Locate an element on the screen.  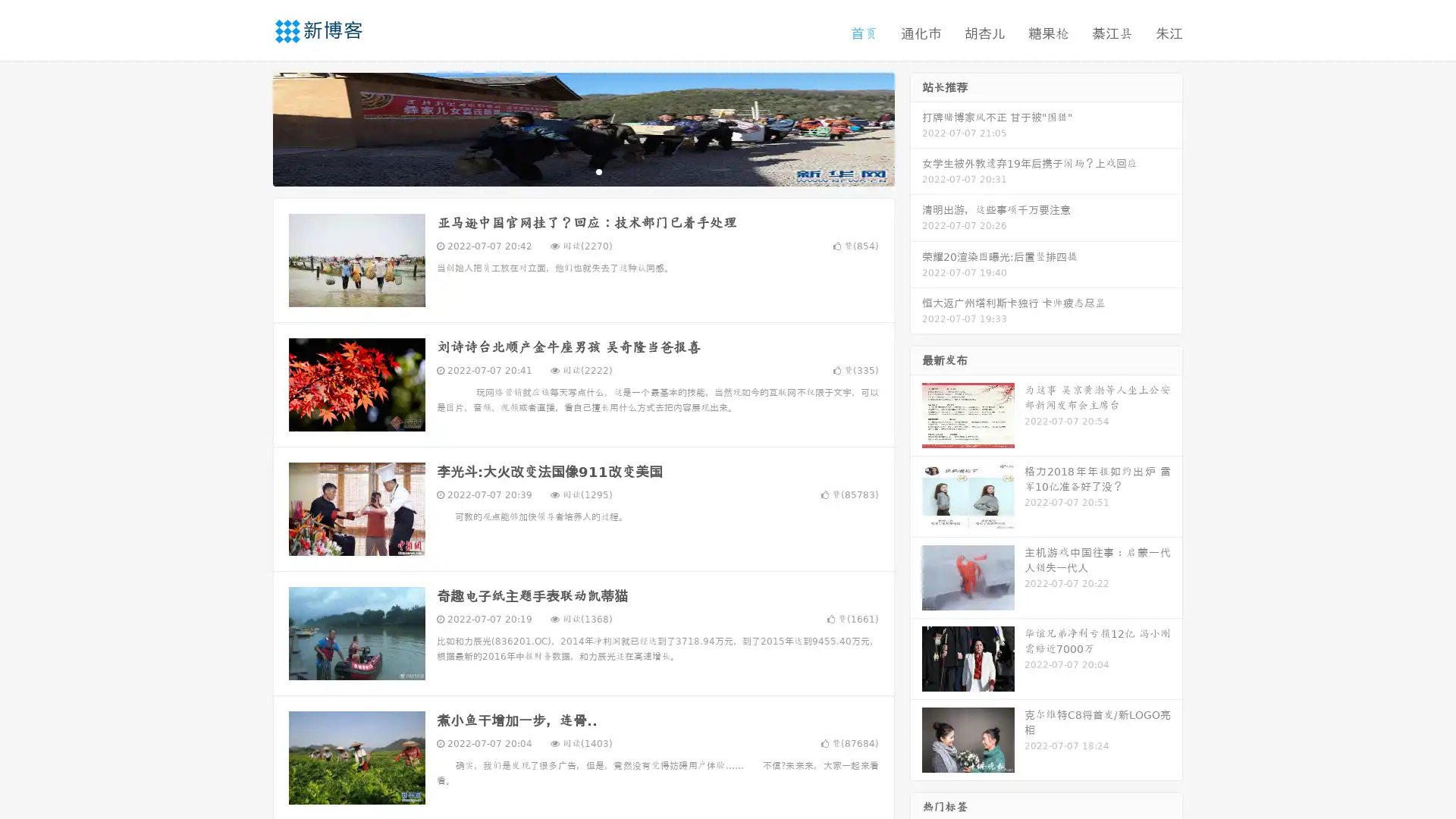
Go to slide 3 is located at coordinates (598, 171).